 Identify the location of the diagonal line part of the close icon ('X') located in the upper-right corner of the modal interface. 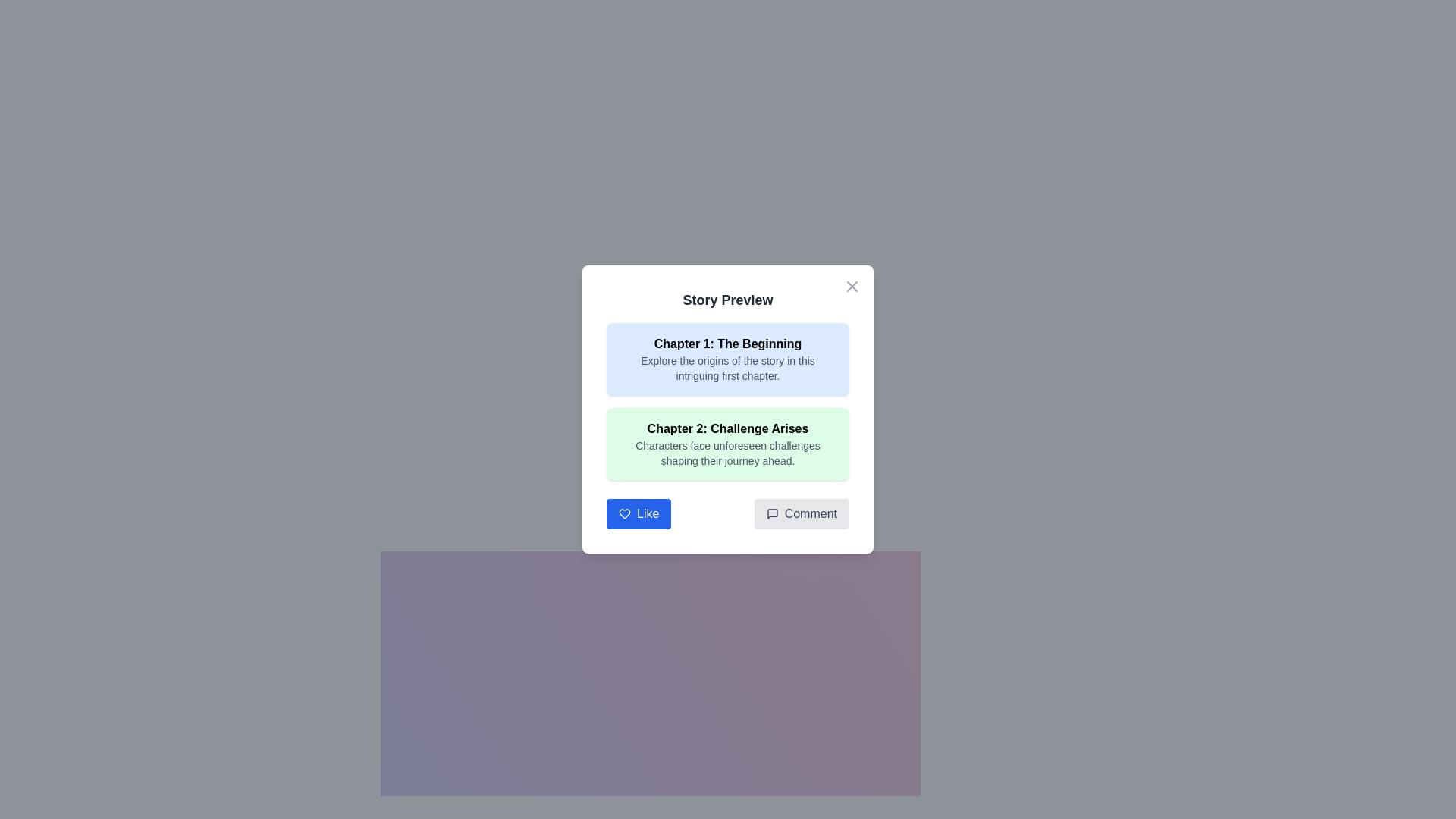
(852, 287).